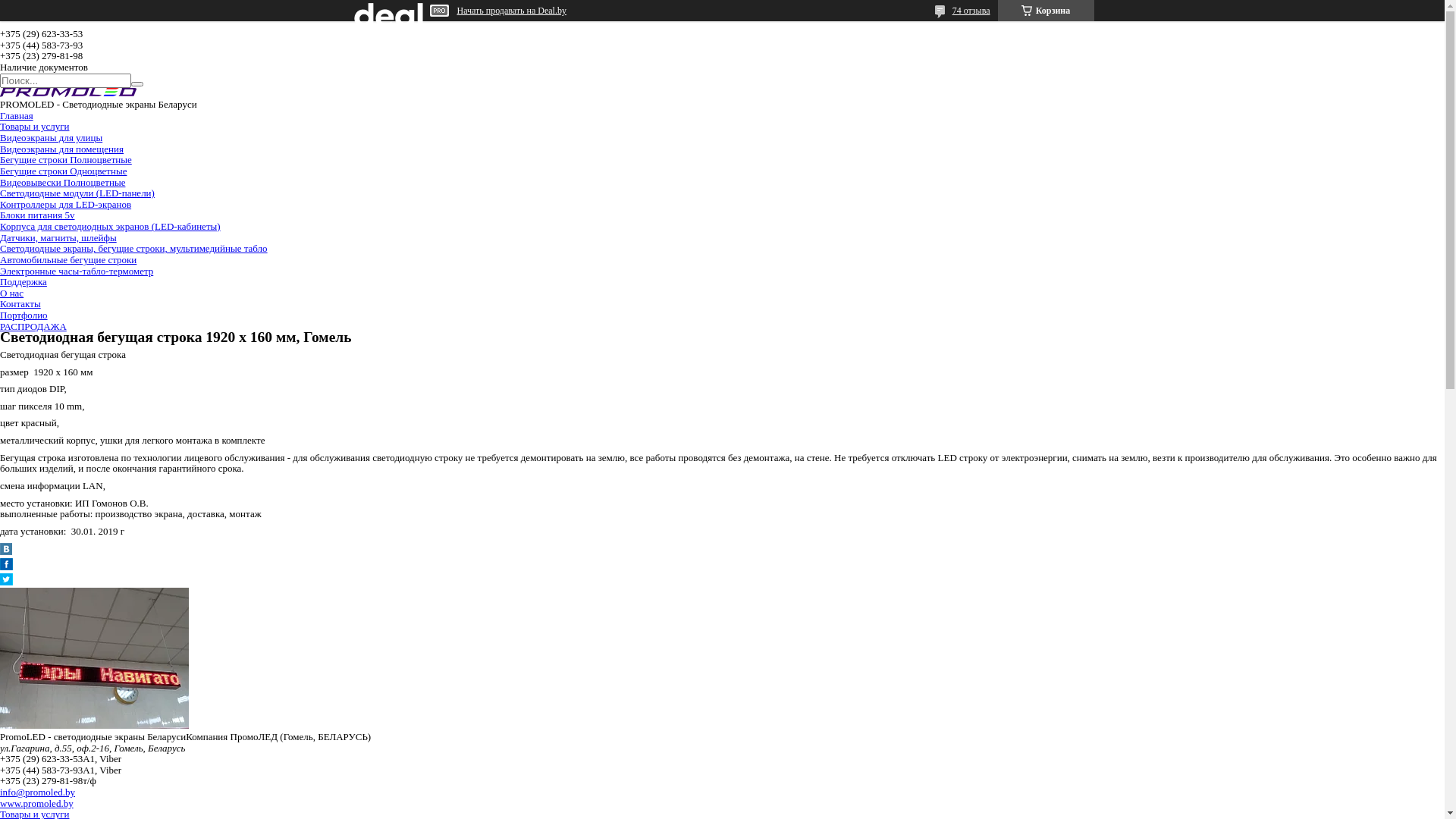  Describe the element at coordinates (6, 581) in the screenshot. I see `'twitter'` at that location.